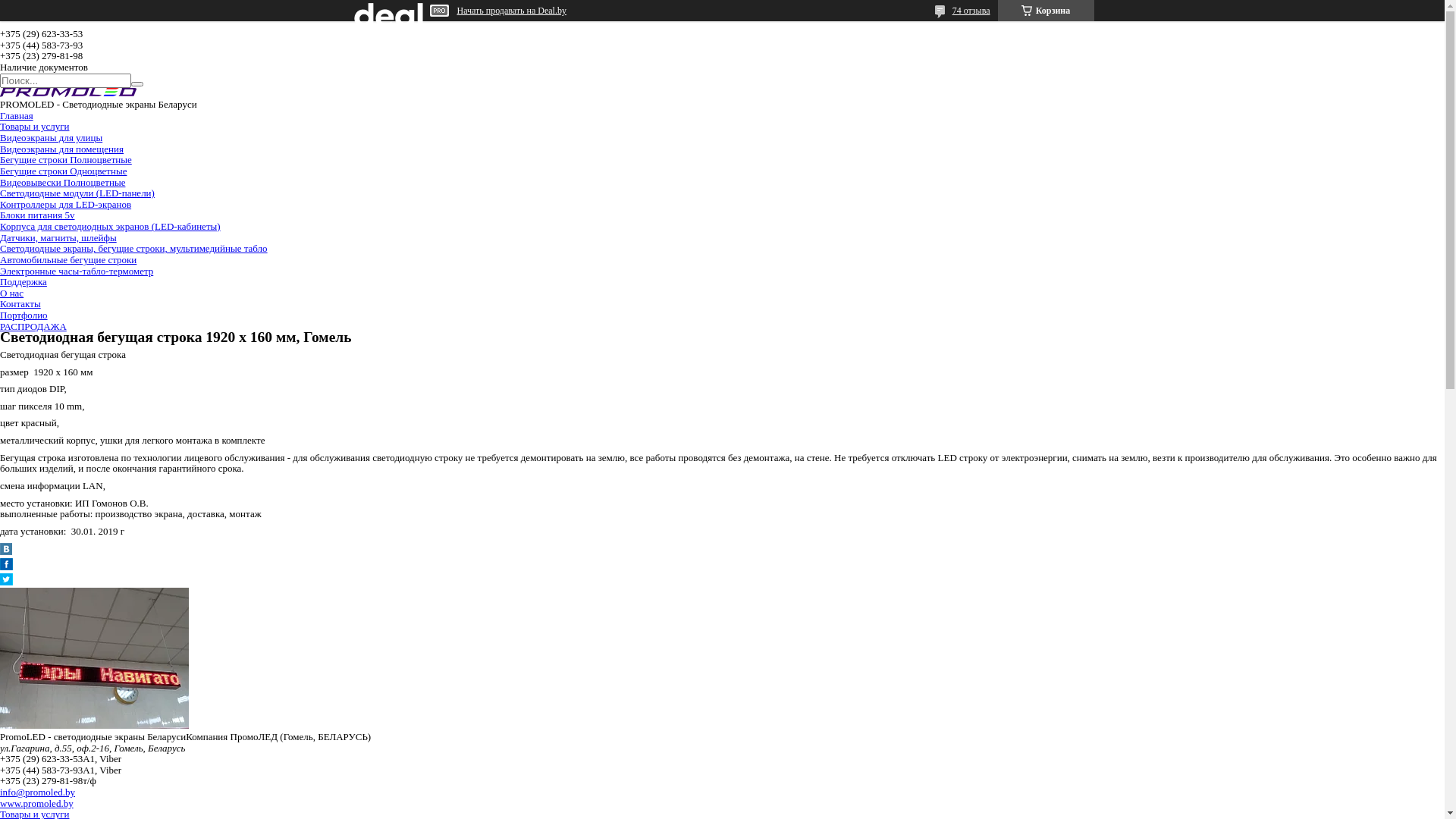  Describe the element at coordinates (6, 581) in the screenshot. I see `'twitter'` at that location.